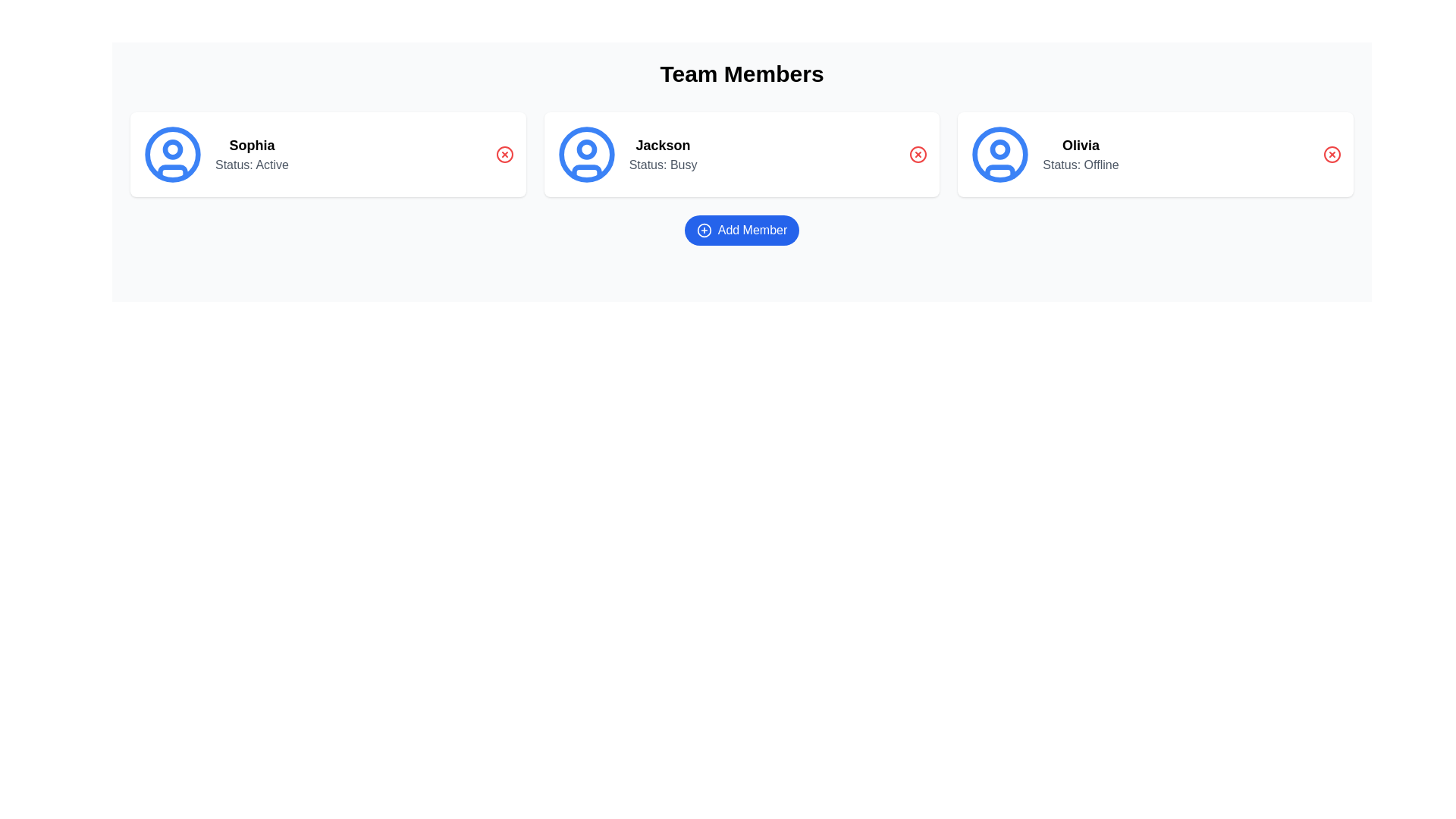 The height and width of the screenshot is (819, 1456). What do you see at coordinates (172, 155) in the screenshot?
I see `the circular user icon with a blue outline that represents a user avatar, located to the left of the text 'Sophia Status: Active' in the first card` at bounding box center [172, 155].